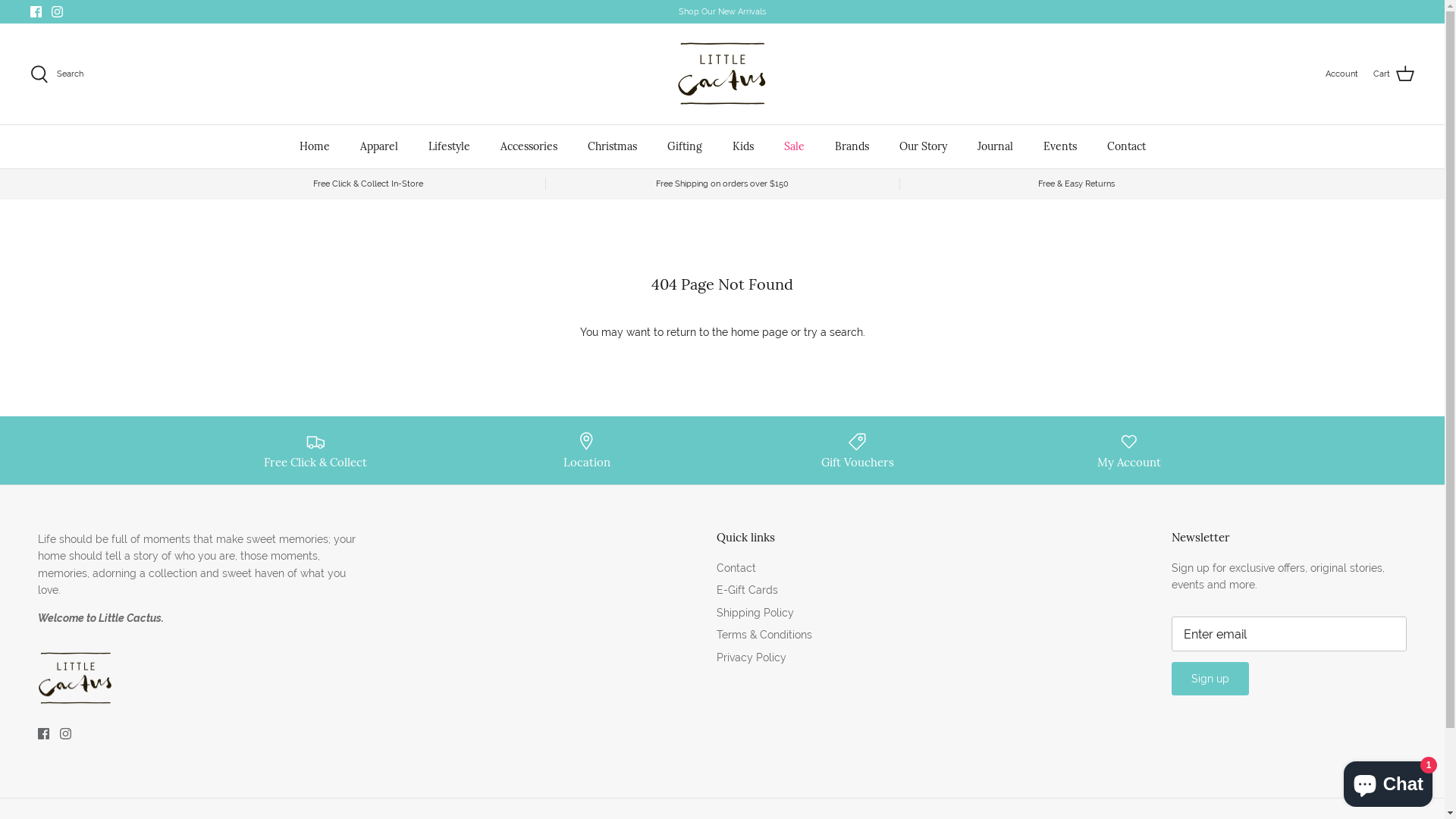 The image size is (1456, 819). I want to click on 'My Account', so click(1128, 450).